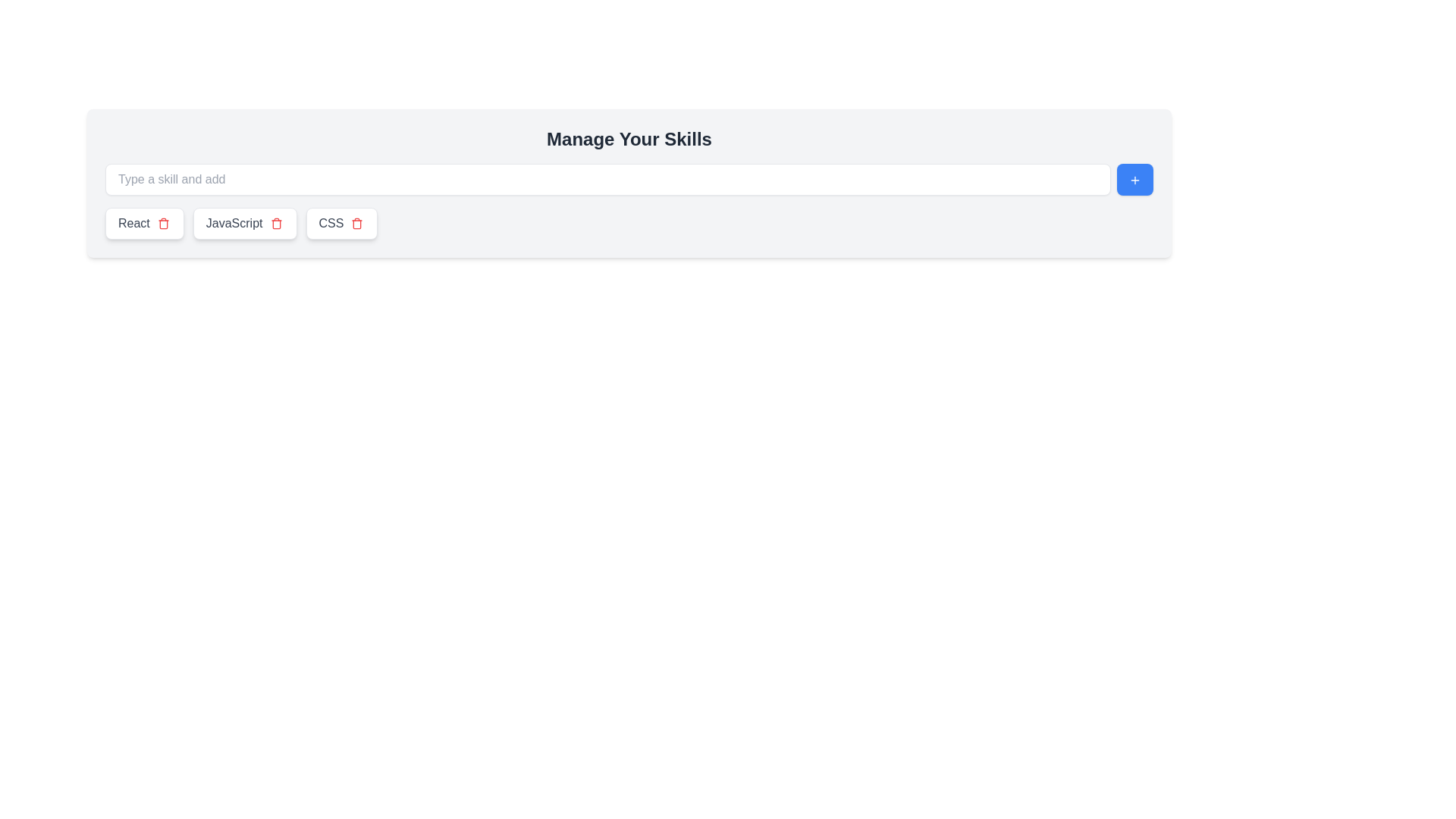  I want to click on the input field and type the desired value, so click(607, 178).